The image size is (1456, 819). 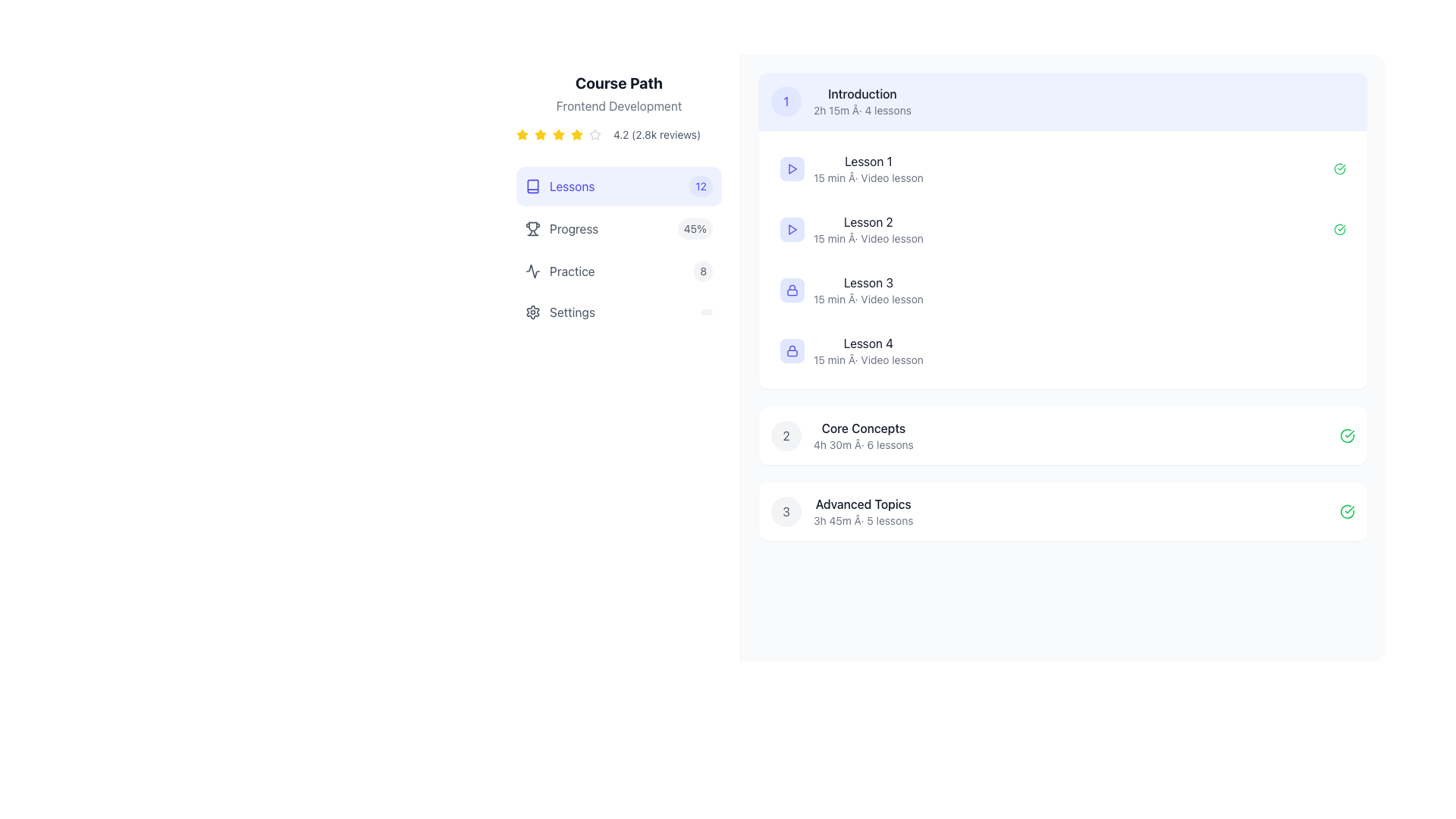 What do you see at coordinates (532, 312) in the screenshot?
I see `the cog-shaped settings icon located in the left sidebar under the icons labeled 'Lessons', 'Progress', and 'Practice'` at bounding box center [532, 312].